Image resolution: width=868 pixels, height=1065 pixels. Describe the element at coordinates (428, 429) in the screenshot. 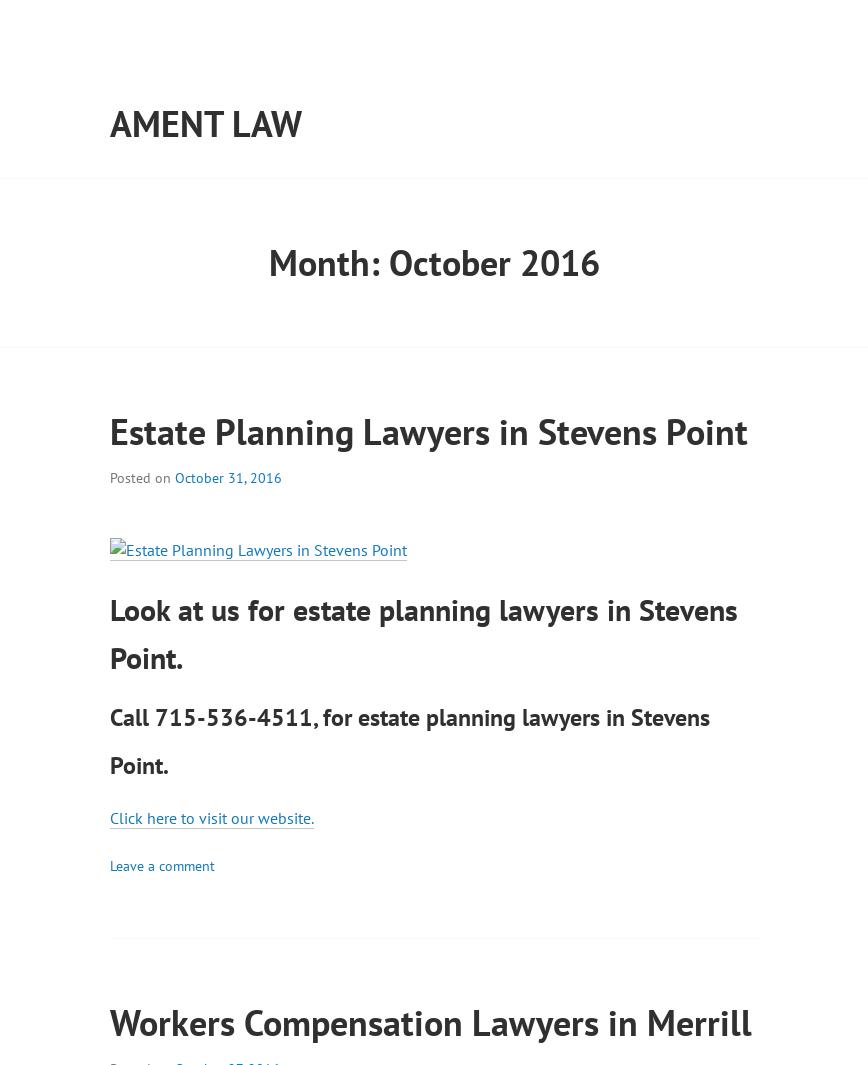

I see `'Estate Planning Lawyers in Stevens Point'` at that location.